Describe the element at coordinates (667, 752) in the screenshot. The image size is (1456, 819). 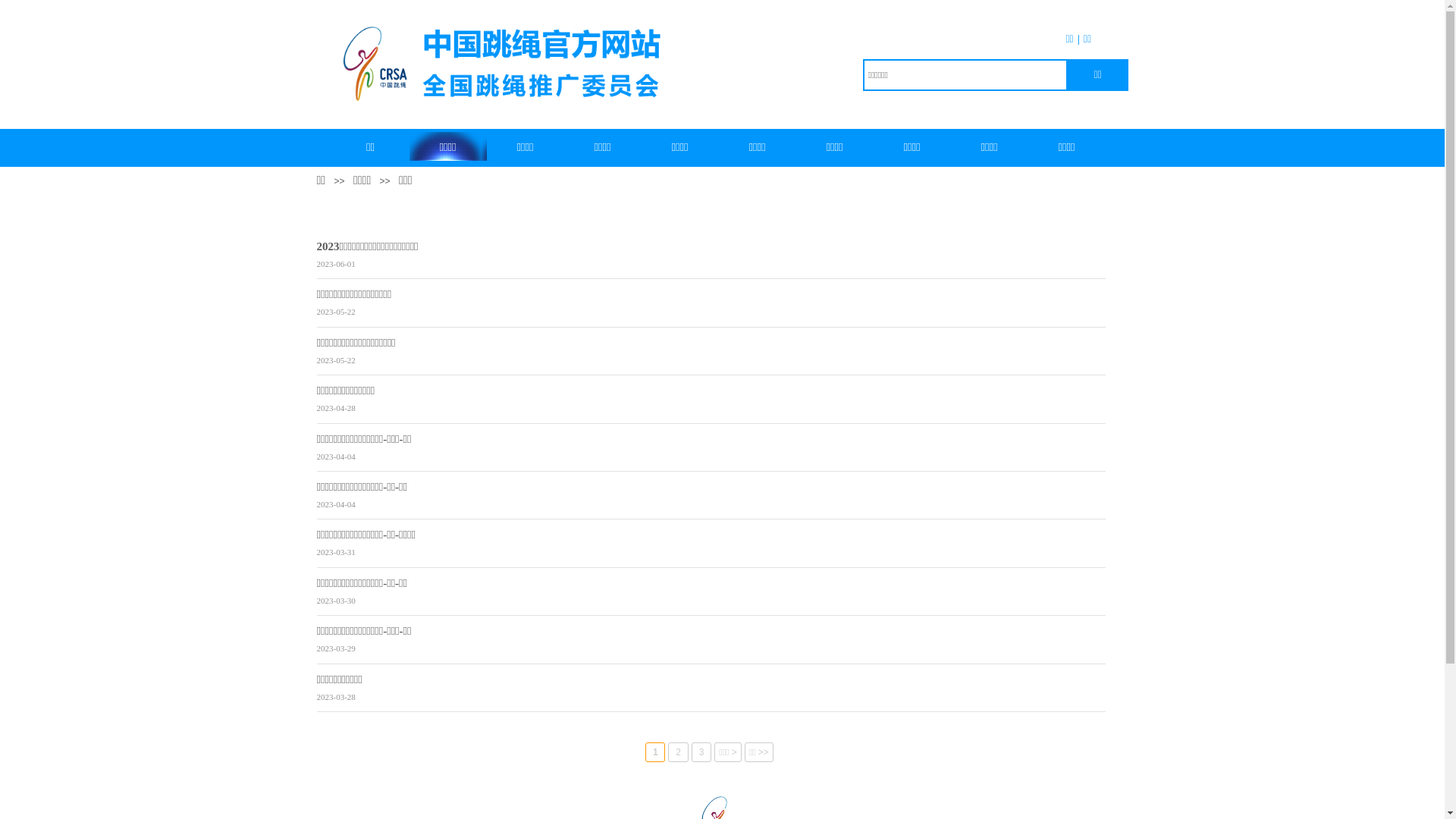
I see `'2'` at that location.